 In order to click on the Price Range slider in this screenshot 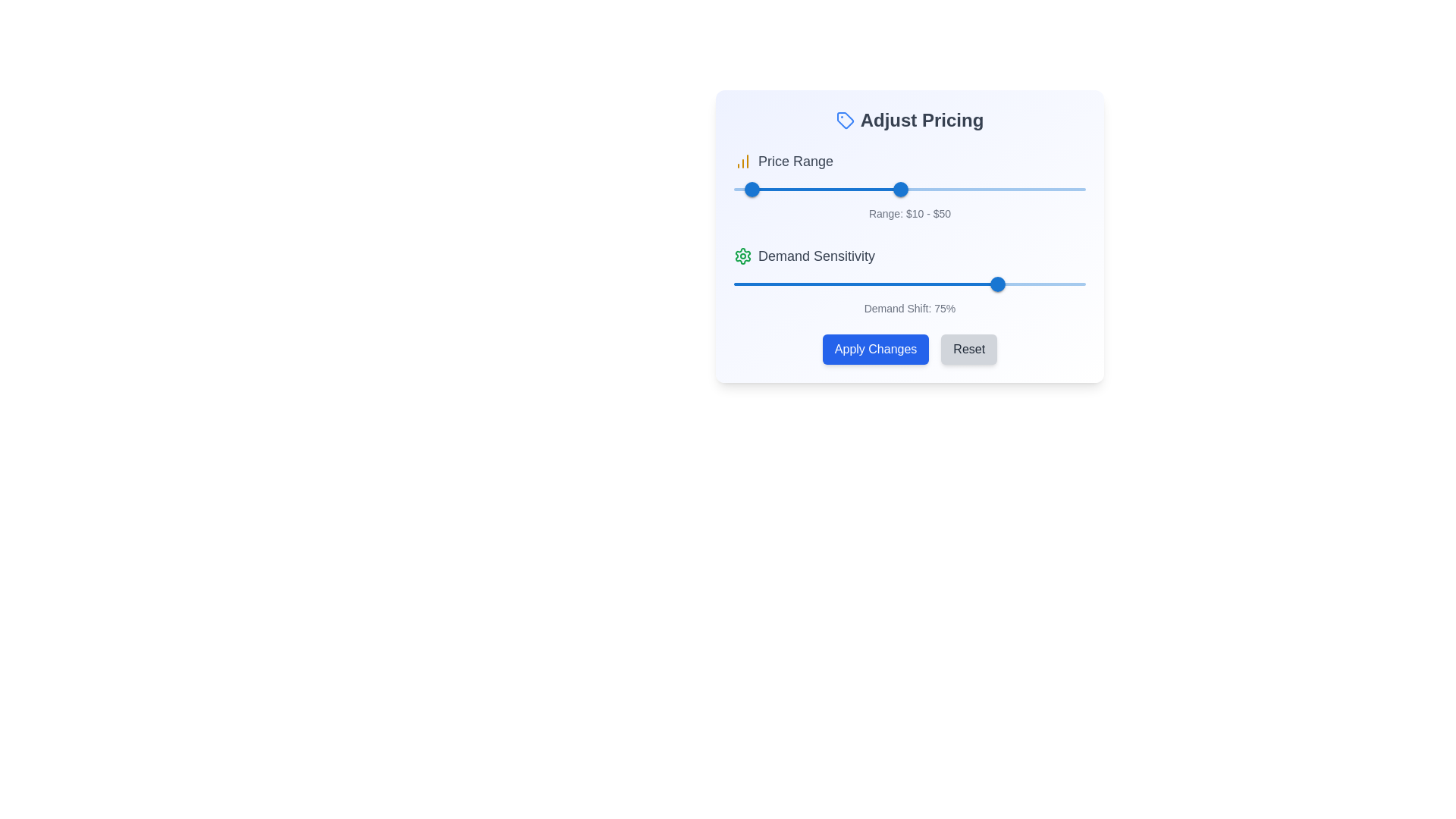, I will do `click(764, 189)`.